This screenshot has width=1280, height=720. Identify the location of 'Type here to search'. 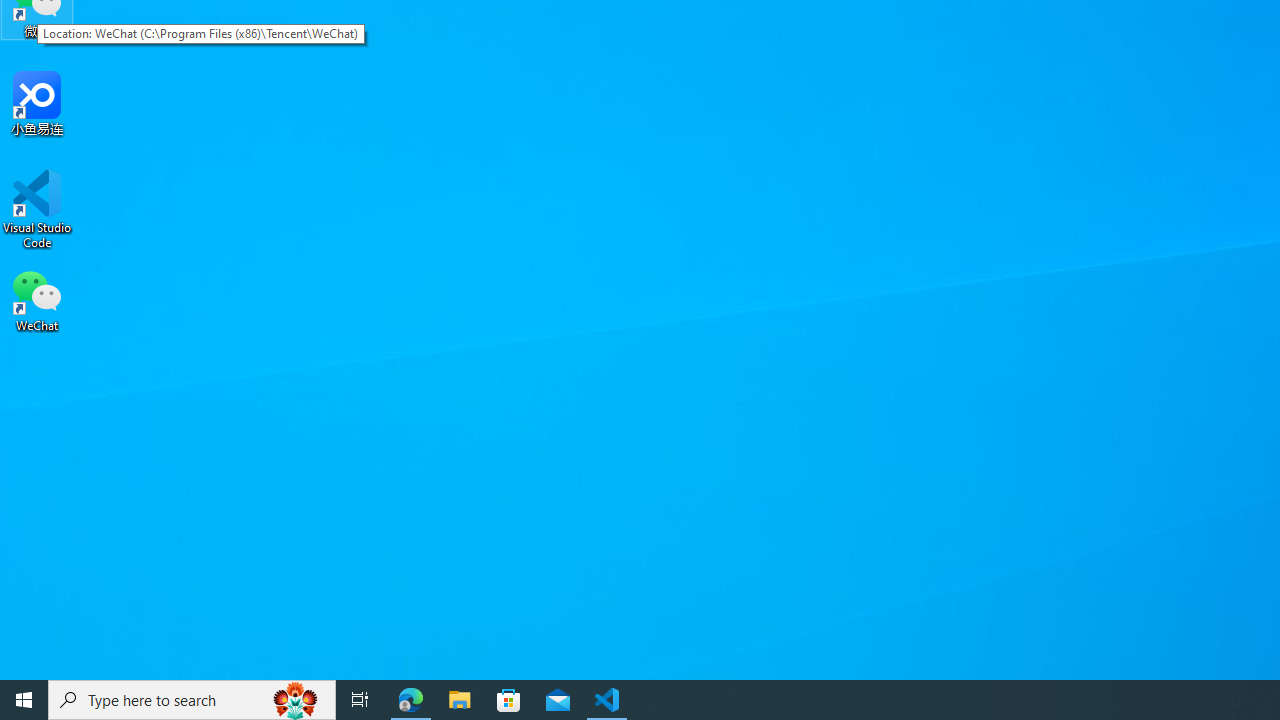
(192, 698).